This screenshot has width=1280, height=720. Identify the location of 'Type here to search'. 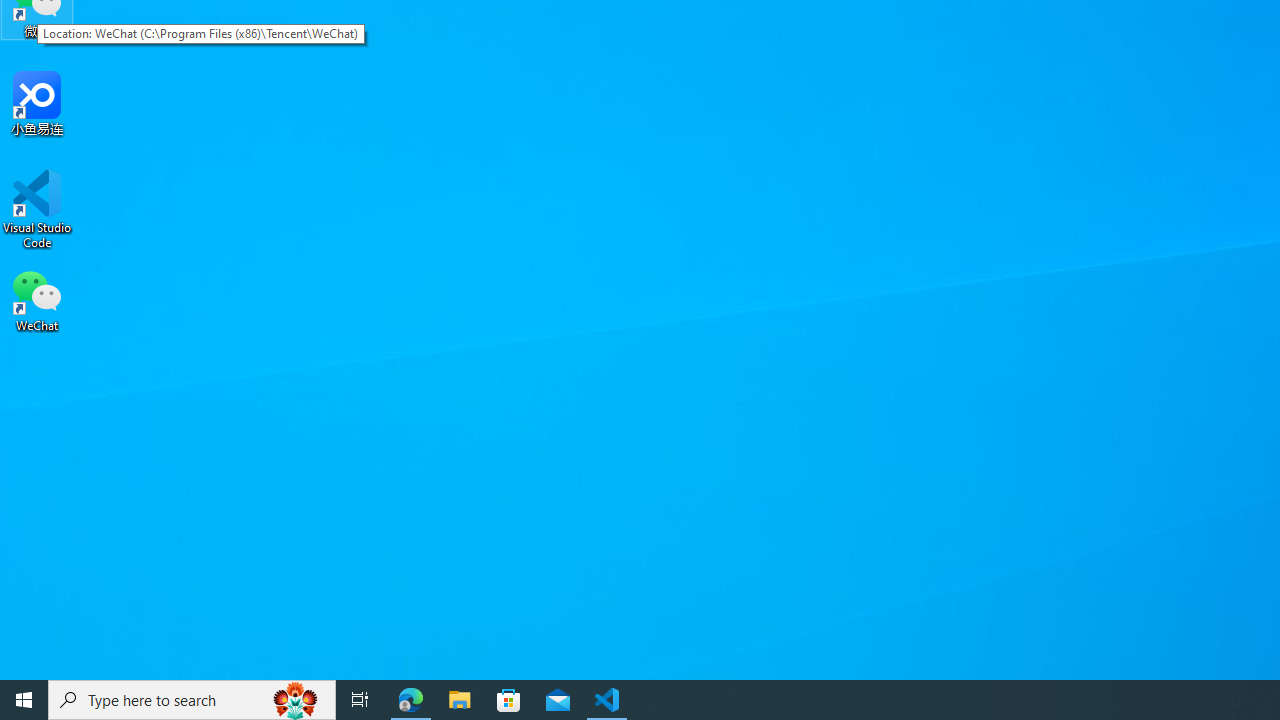
(192, 698).